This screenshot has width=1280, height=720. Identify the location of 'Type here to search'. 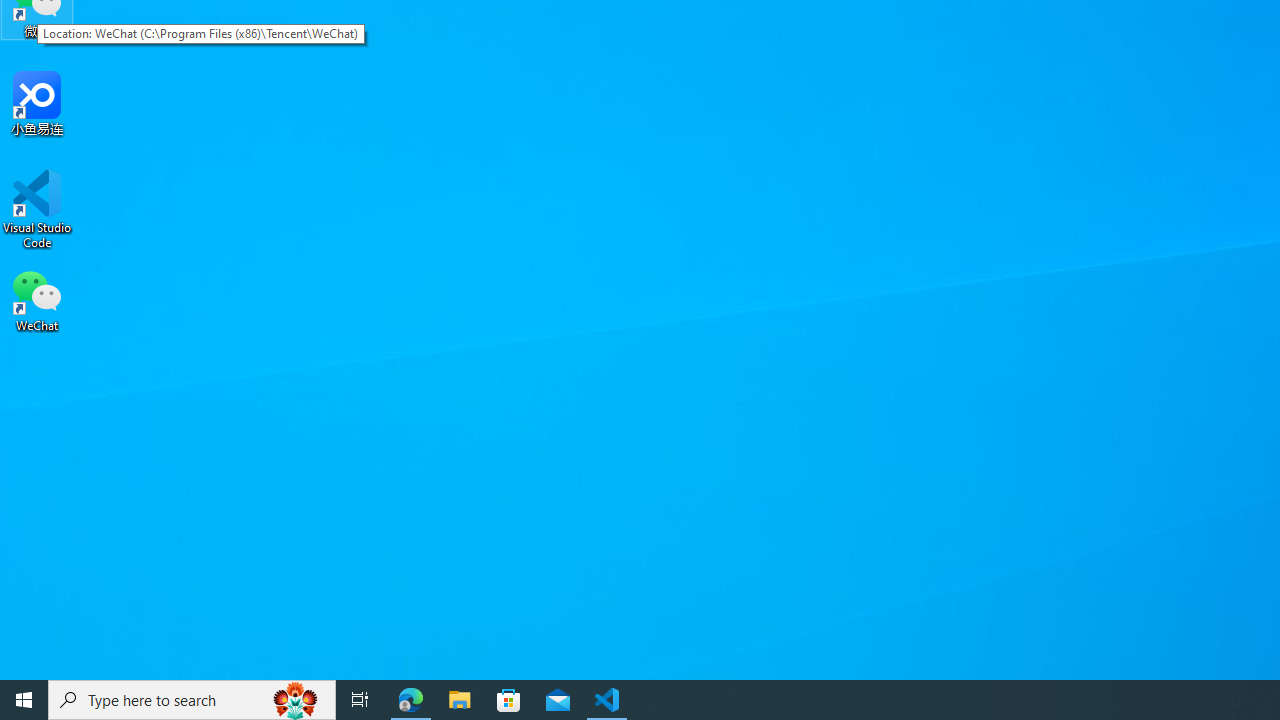
(192, 698).